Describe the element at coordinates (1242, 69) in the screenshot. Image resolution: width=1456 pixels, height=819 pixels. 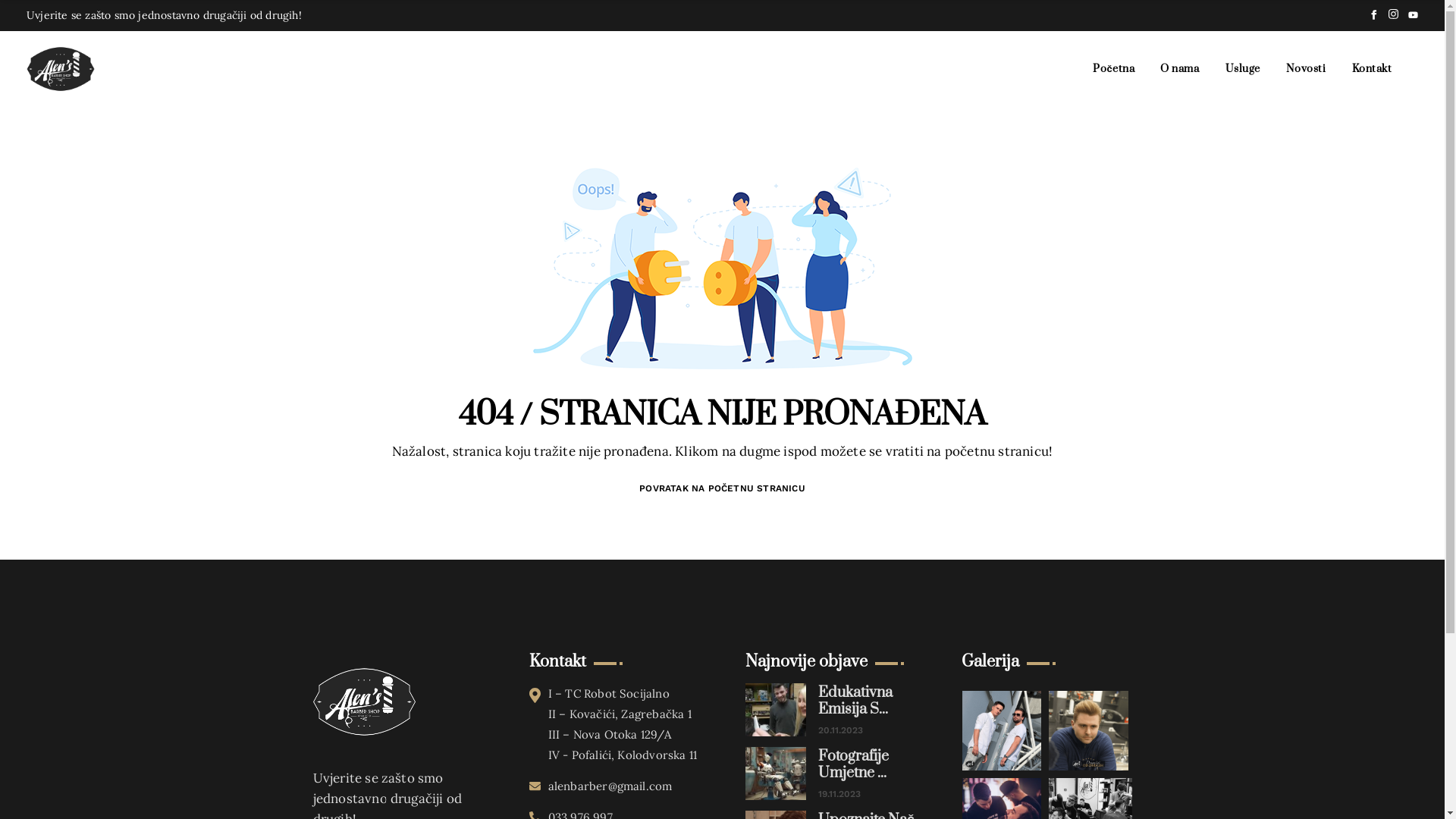
I see `'Usluge'` at that location.